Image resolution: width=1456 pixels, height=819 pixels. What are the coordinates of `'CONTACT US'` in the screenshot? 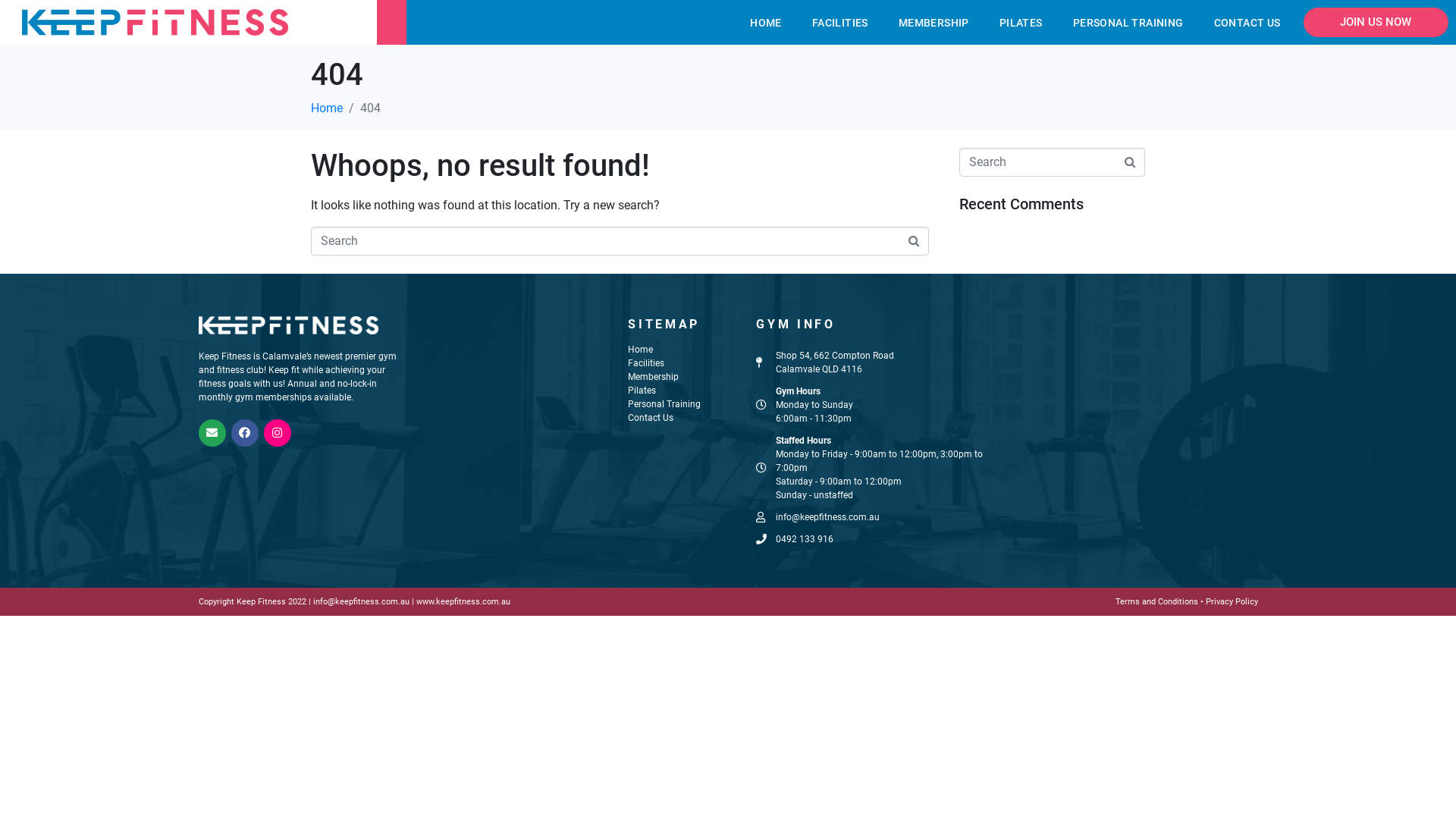 It's located at (1247, 23).